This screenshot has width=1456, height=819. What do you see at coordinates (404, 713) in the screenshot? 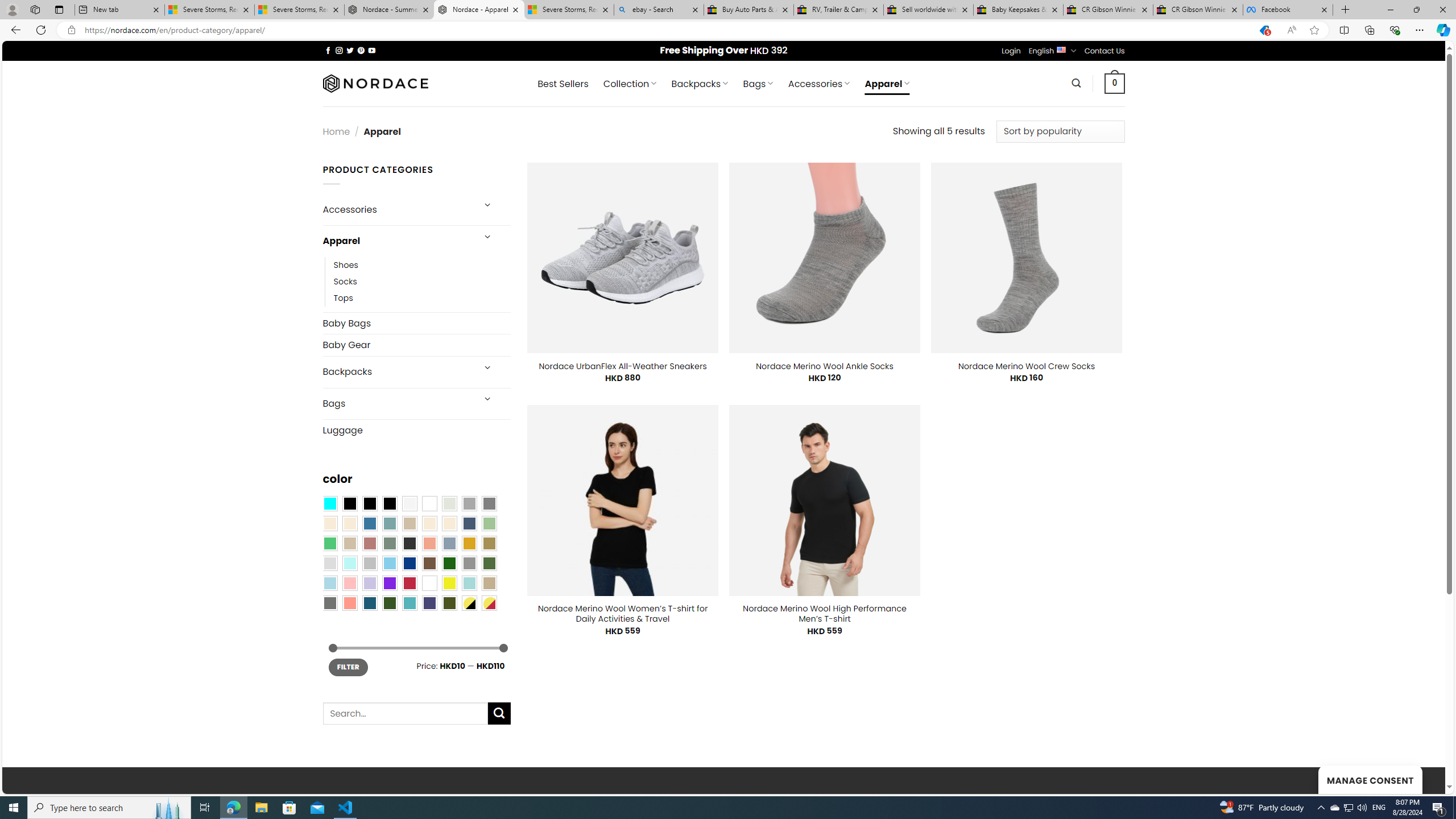
I see `'Search for:'` at bounding box center [404, 713].